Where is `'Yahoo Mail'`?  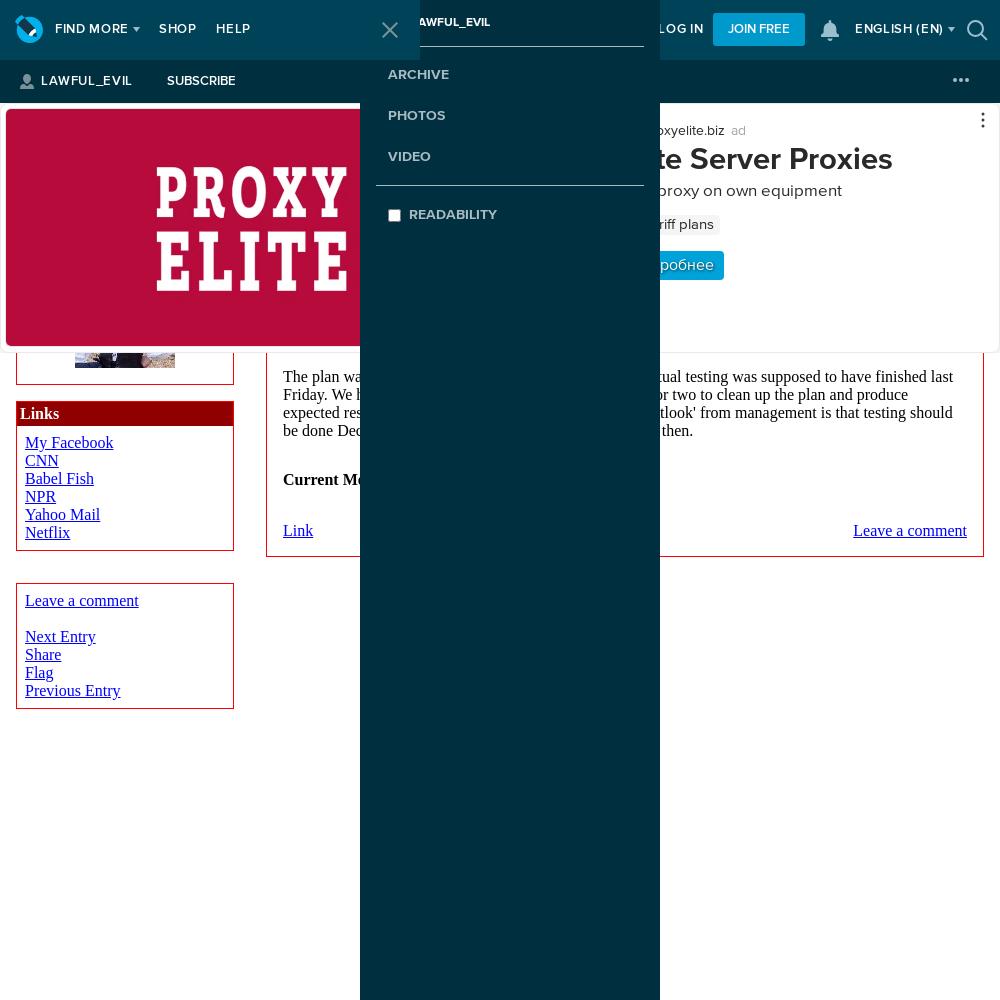 'Yahoo Mail' is located at coordinates (62, 514).